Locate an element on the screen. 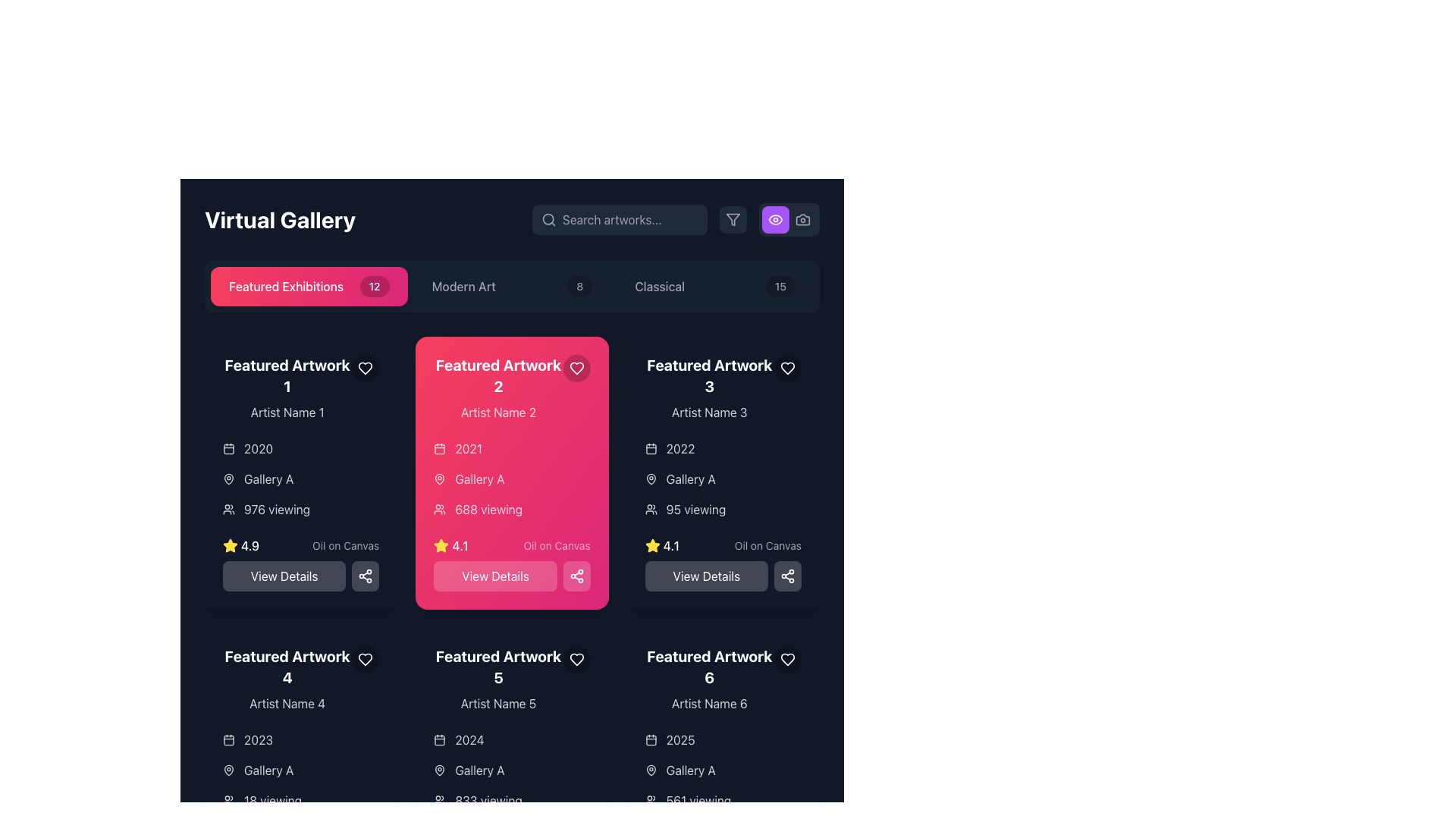 The width and height of the screenshot is (1456, 819). the Text Label displaying 'Featured Artwork 4', which is located in the bottom-left grid item of the layout, under 'Featured Artwork 1' and to the left of 'Featured Artwork 5' is located at coordinates (287, 666).